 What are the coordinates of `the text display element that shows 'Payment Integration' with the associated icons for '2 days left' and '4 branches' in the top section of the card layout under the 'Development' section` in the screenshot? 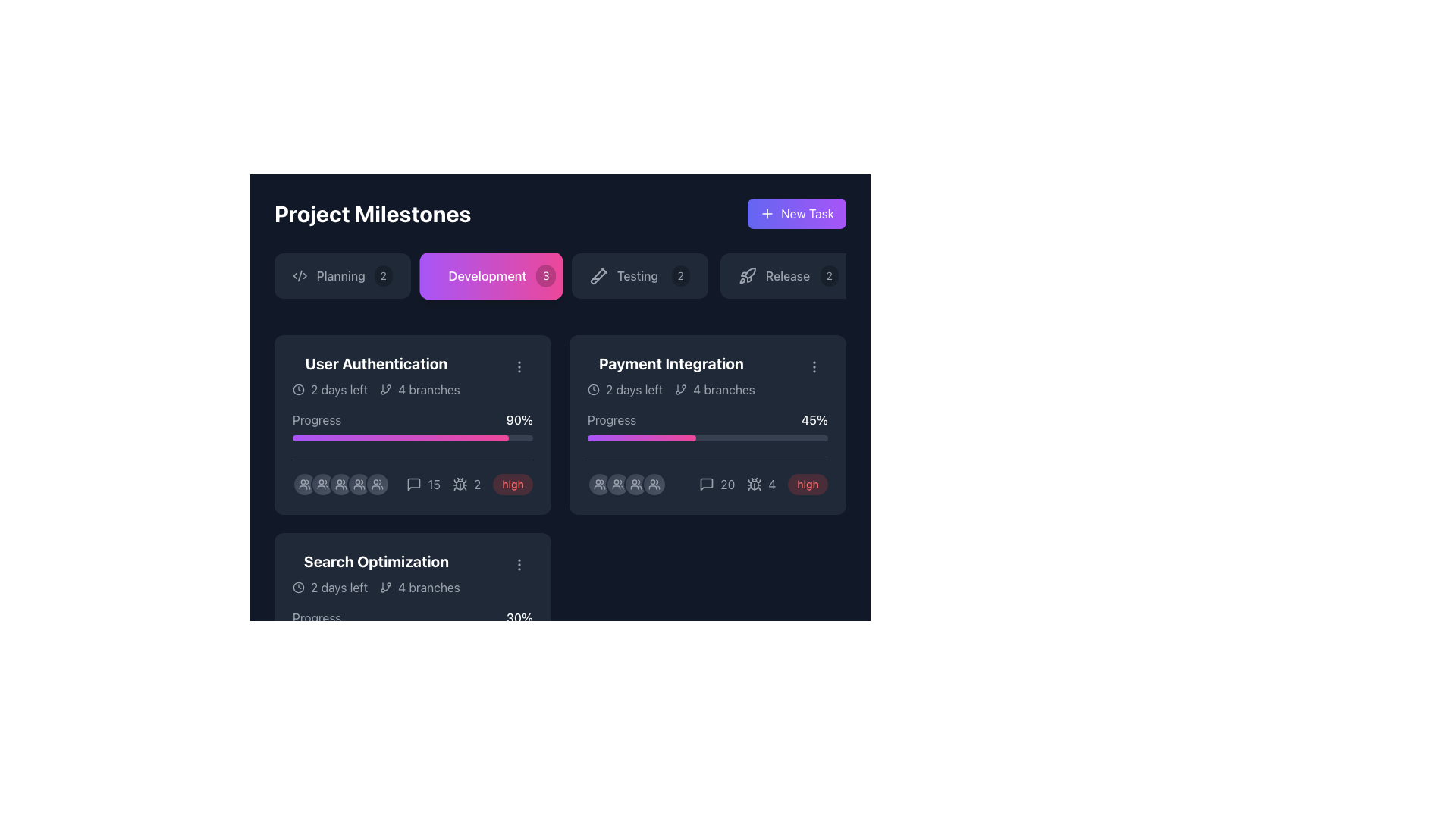 It's located at (670, 375).